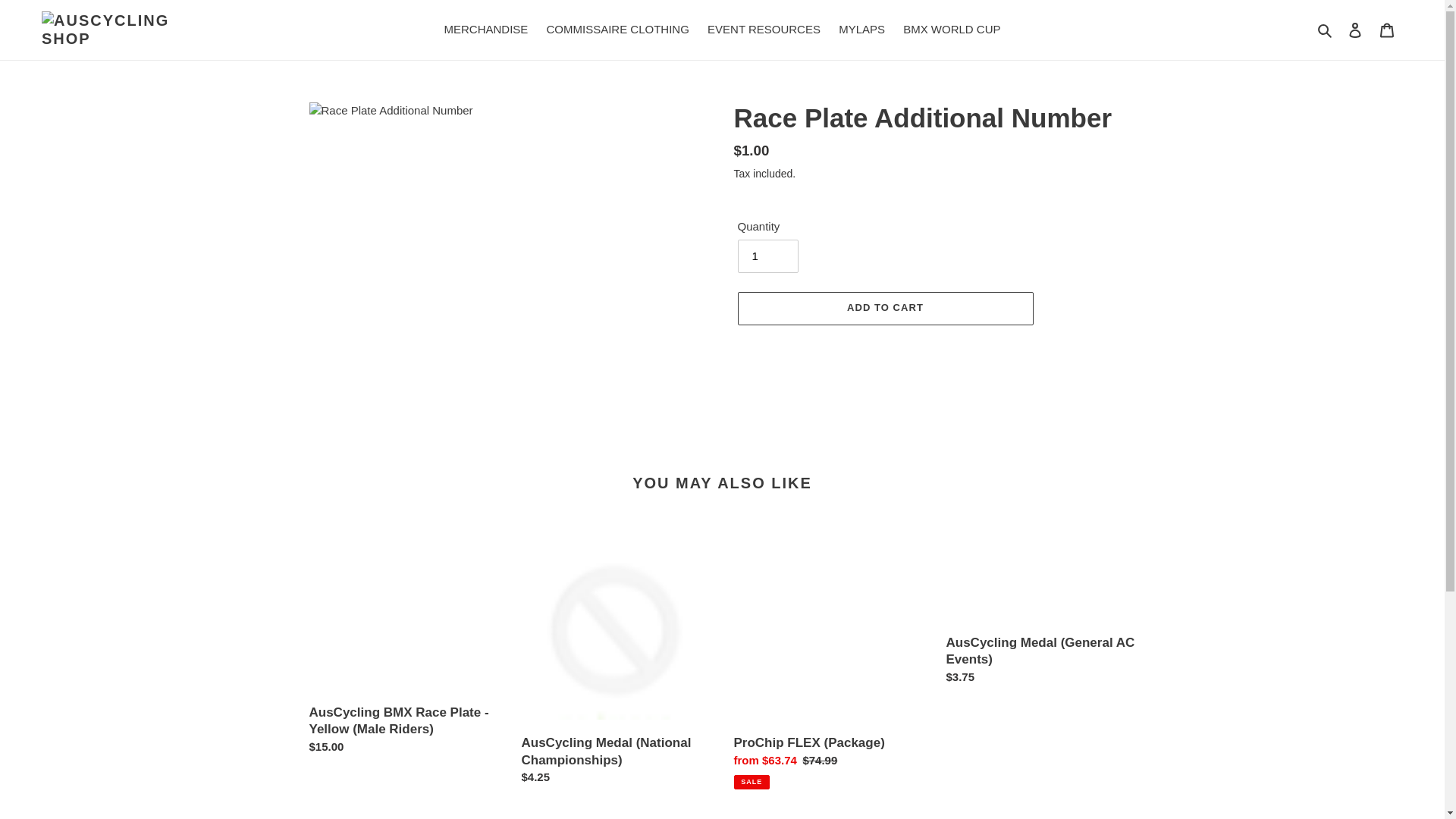 The height and width of the screenshot is (819, 1456). Describe the element at coordinates (950, 30) in the screenshot. I see `'BMX WORLD CUP'` at that location.